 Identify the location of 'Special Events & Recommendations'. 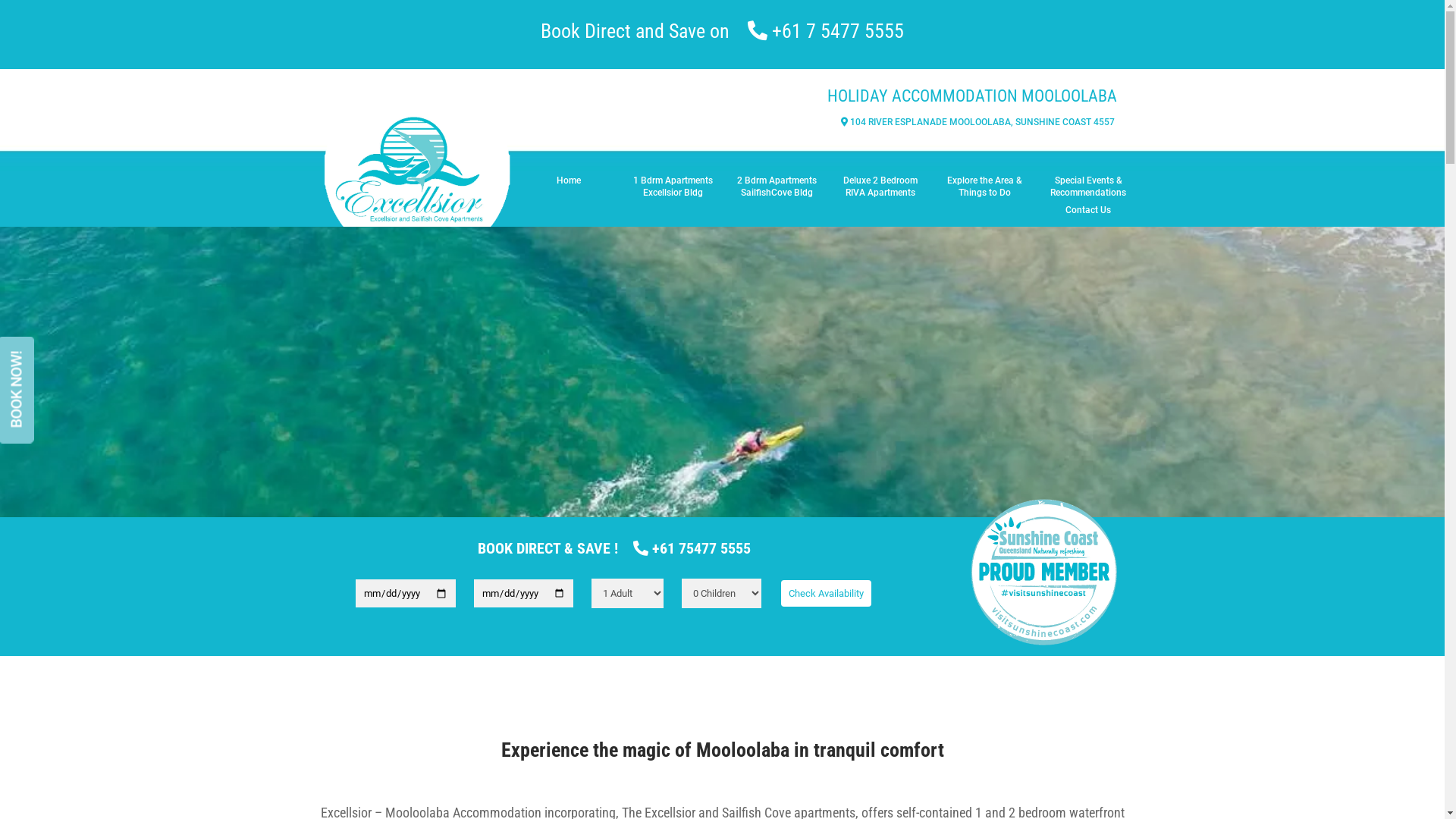
(1087, 186).